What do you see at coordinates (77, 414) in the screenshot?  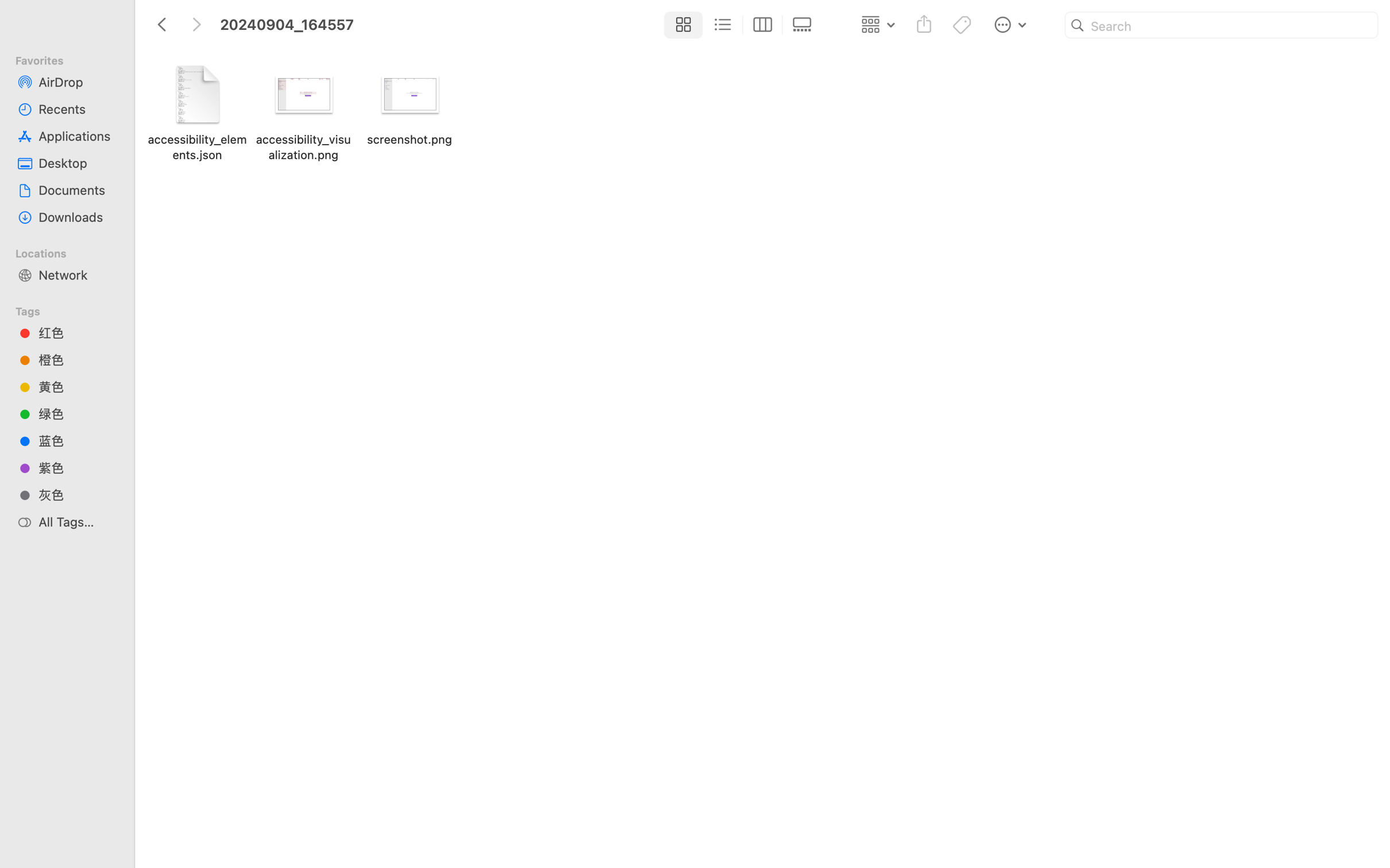 I see `'绿色'` at bounding box center [77, 414].